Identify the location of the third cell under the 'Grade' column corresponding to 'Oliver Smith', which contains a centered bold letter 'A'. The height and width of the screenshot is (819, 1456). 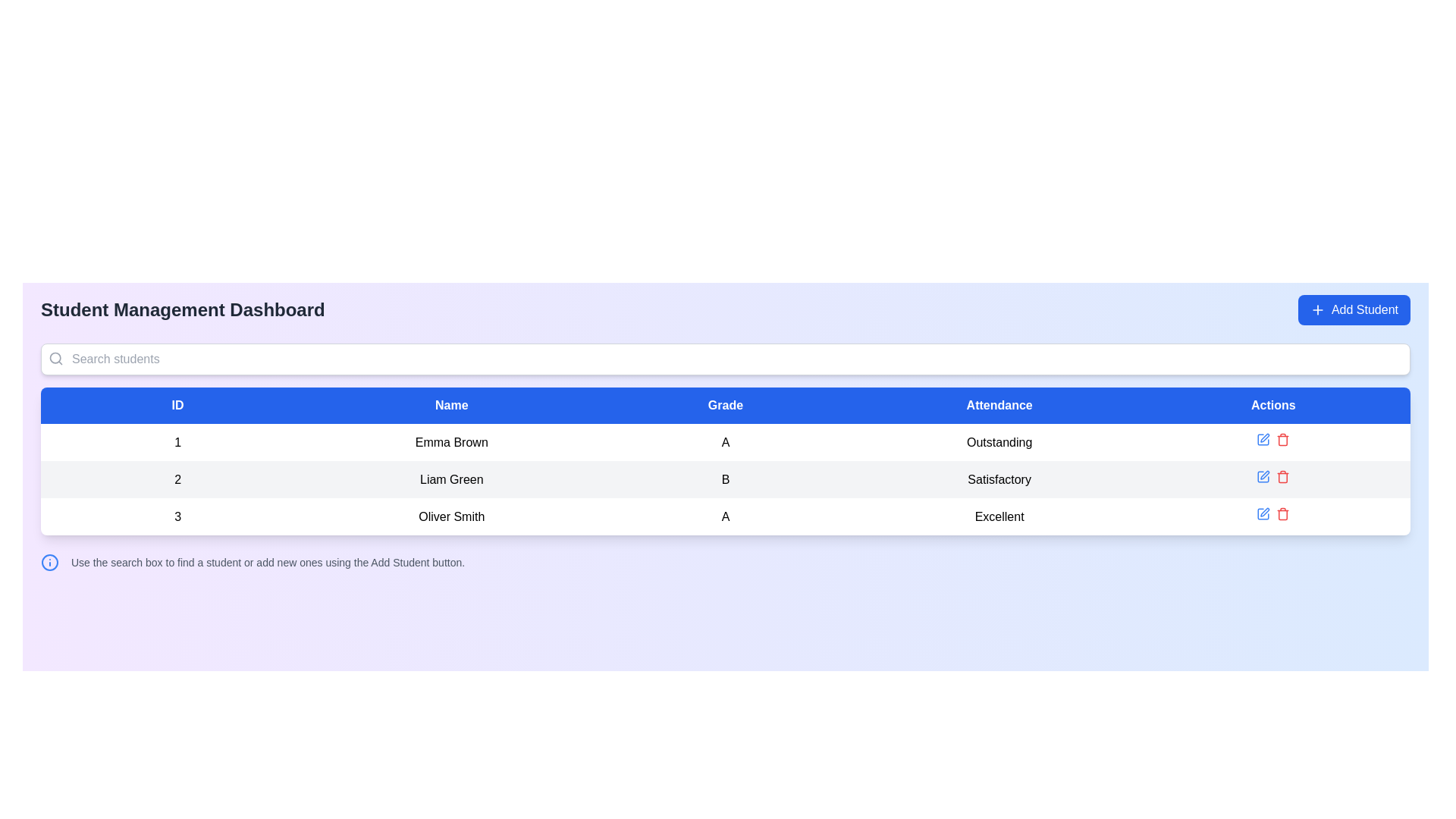
(724, 516).